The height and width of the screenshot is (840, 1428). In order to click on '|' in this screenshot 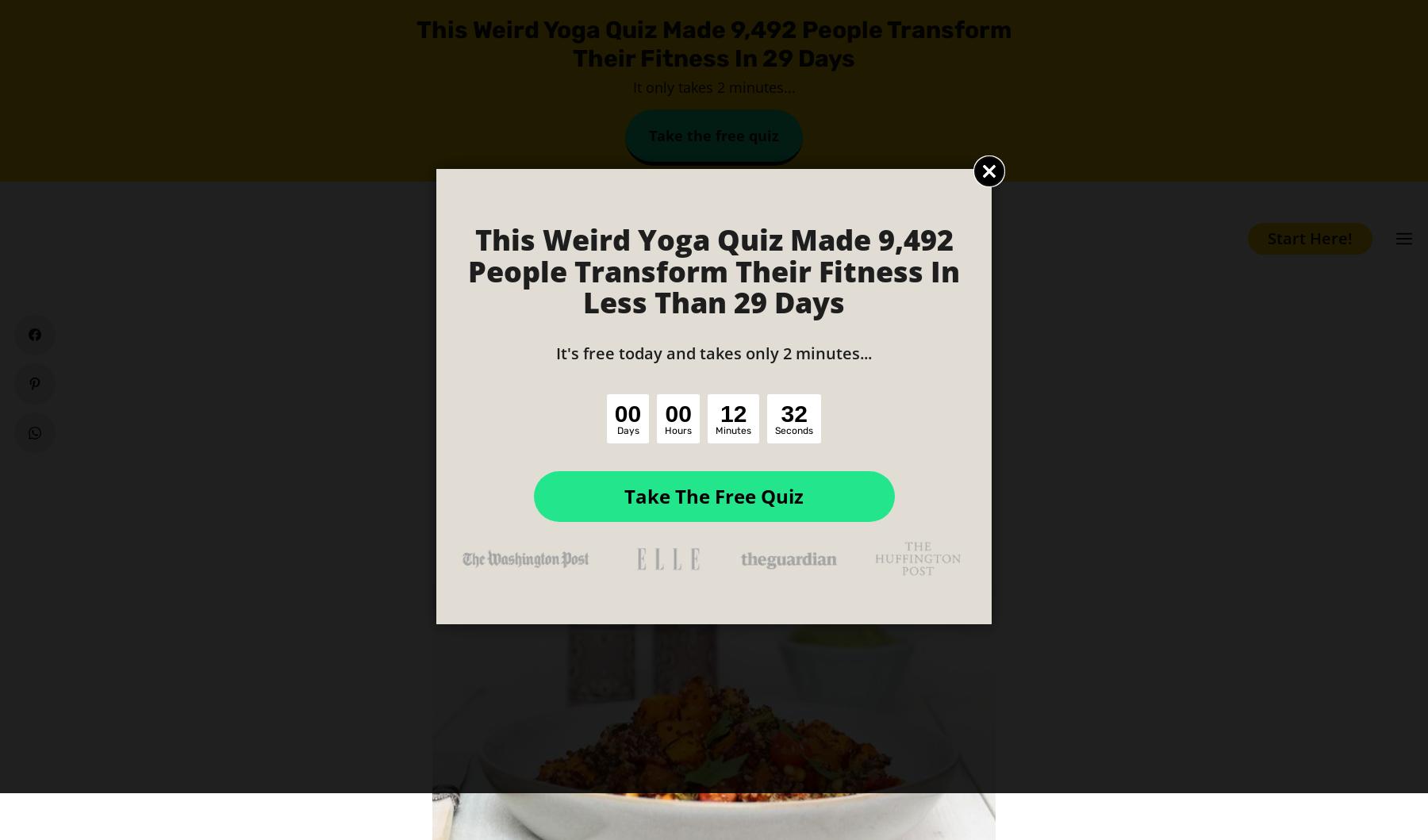, I will do `click(705, 485)`.